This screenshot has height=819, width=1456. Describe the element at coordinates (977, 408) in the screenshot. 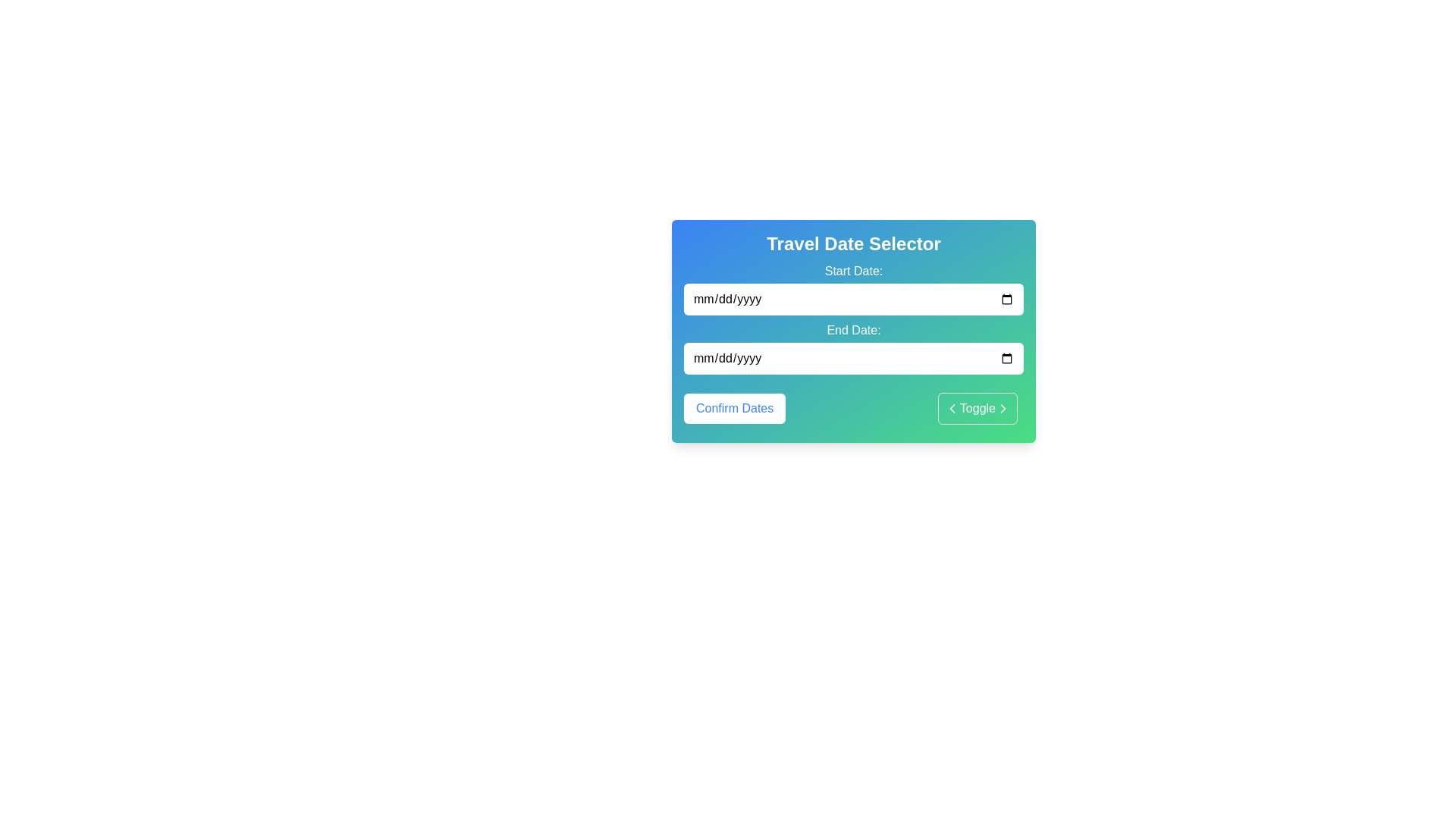

I see `the rectangular toggle button with a green background and the word 'Toggle' centered in white, located in the bottom-right portion of the panel, adjacent to the 'Confirm Dates' button` at that location.